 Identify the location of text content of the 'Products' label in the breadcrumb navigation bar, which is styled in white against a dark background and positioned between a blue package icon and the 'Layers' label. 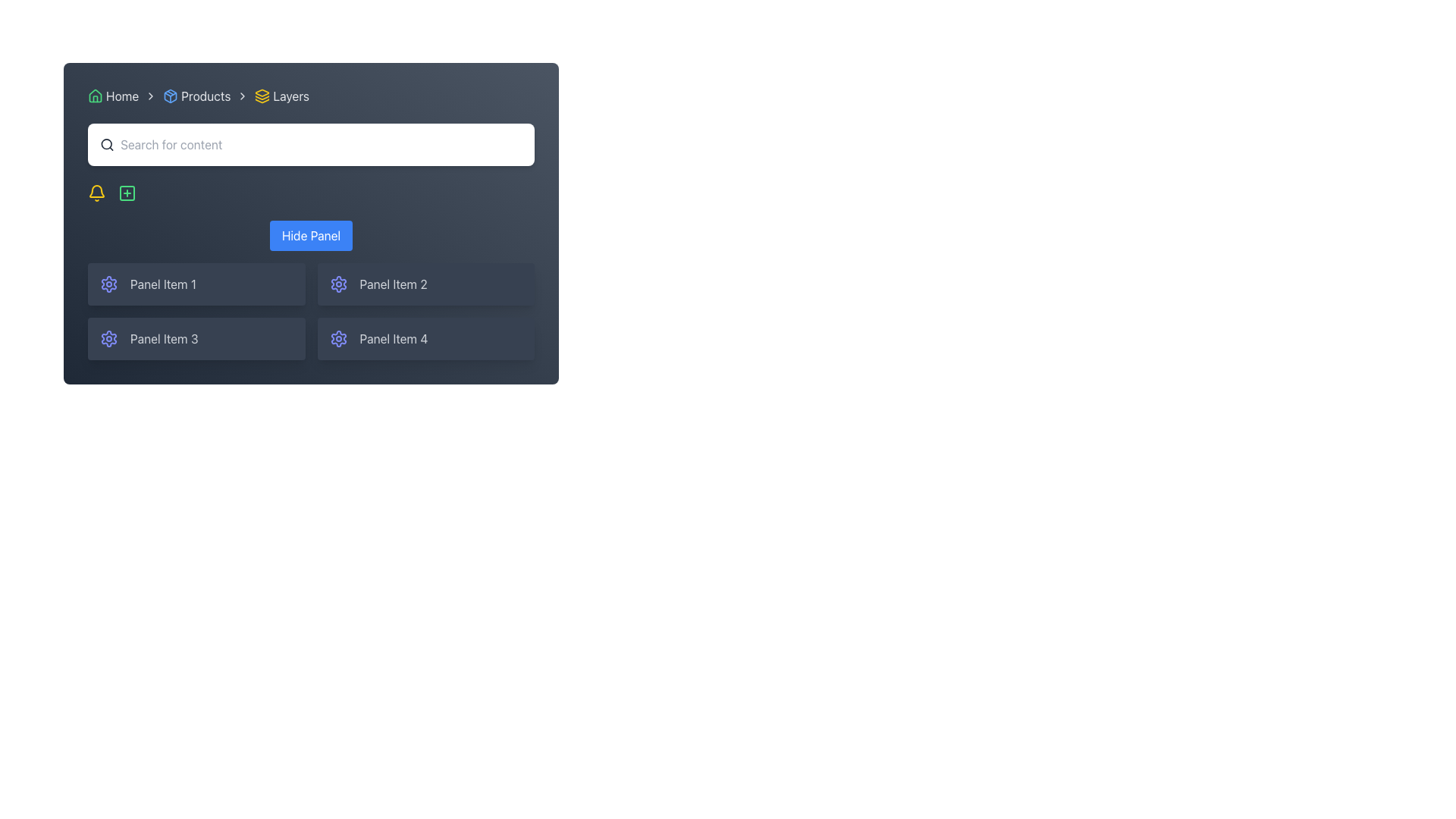
(205, 96).